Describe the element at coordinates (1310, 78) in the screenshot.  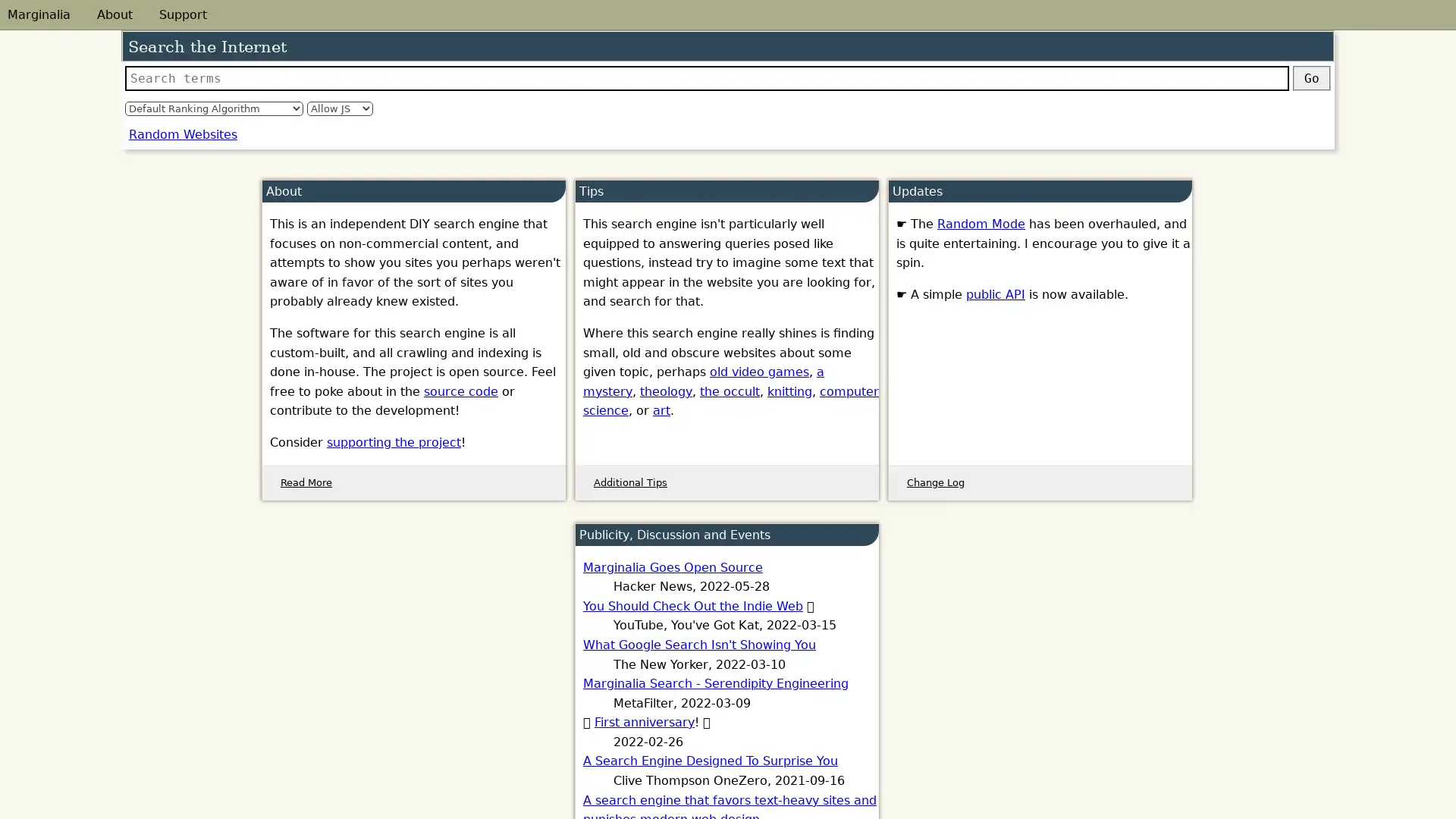
I see `Go` at that location.